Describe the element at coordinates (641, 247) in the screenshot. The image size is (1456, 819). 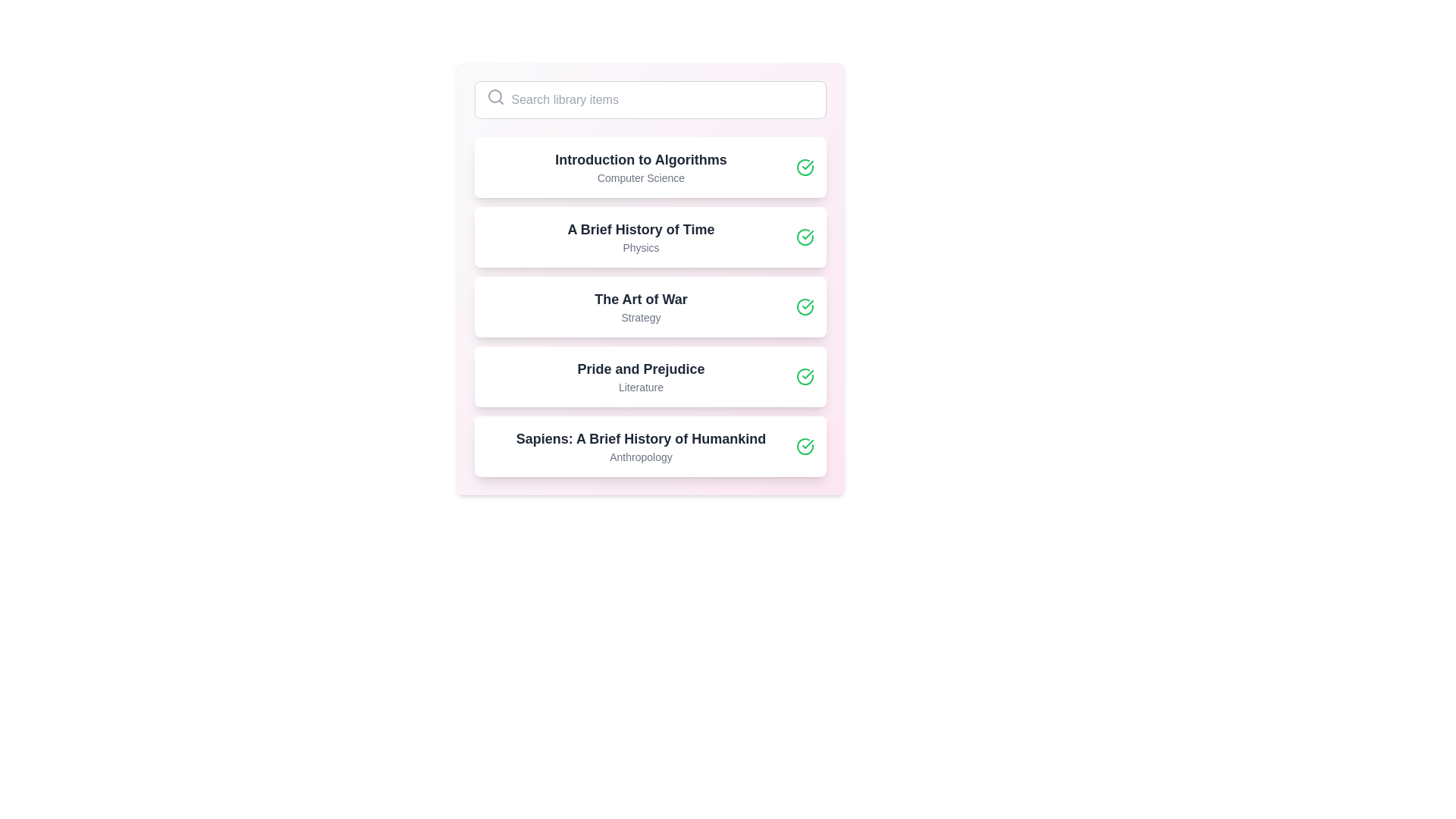
I see `the subtitle text label located below the title 'A Brief History of Time' in the second item of the list` at that location.